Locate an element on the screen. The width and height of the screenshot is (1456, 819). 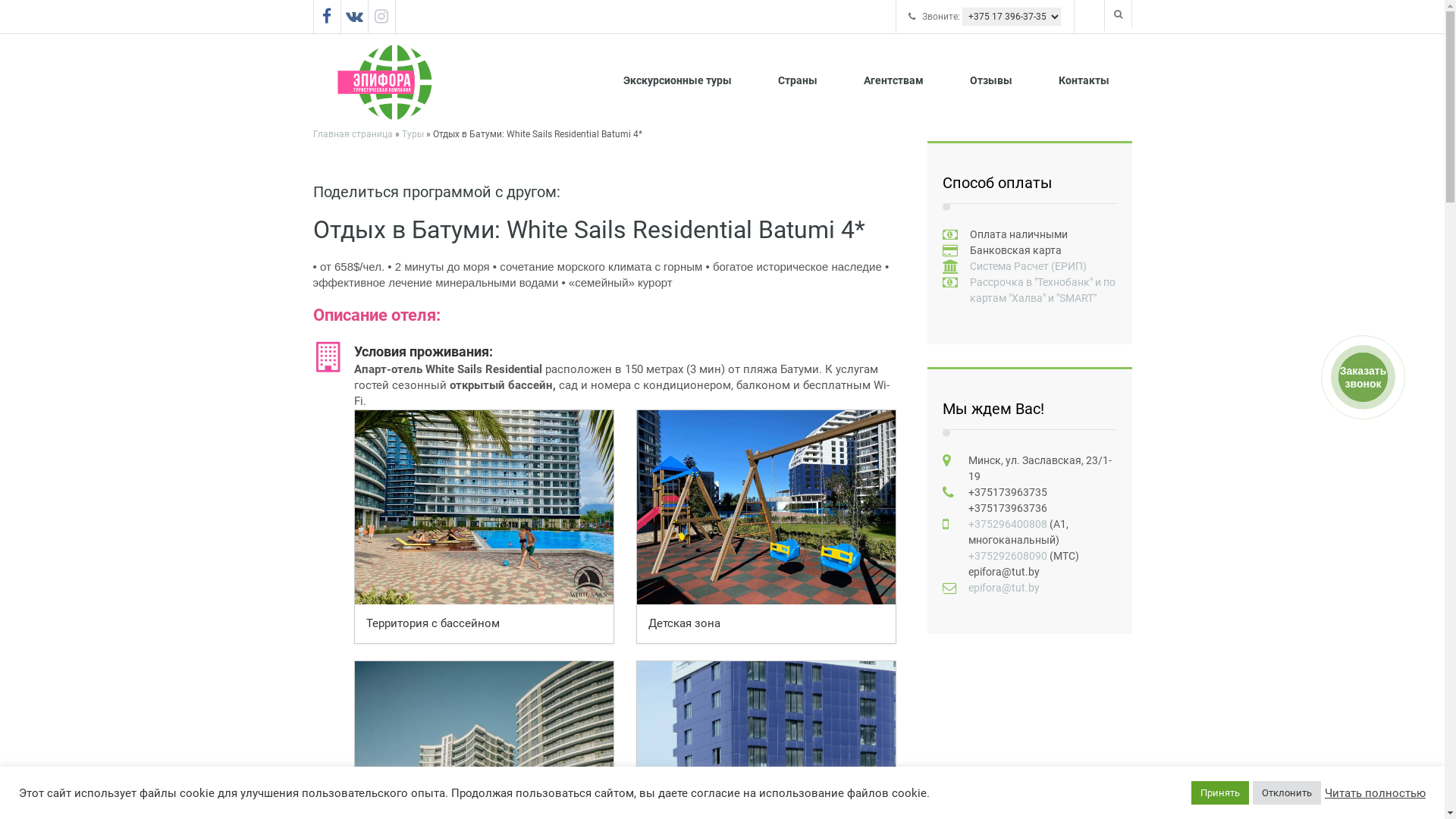
'epifora@tut.by' is located at coordinates (1003, 587).